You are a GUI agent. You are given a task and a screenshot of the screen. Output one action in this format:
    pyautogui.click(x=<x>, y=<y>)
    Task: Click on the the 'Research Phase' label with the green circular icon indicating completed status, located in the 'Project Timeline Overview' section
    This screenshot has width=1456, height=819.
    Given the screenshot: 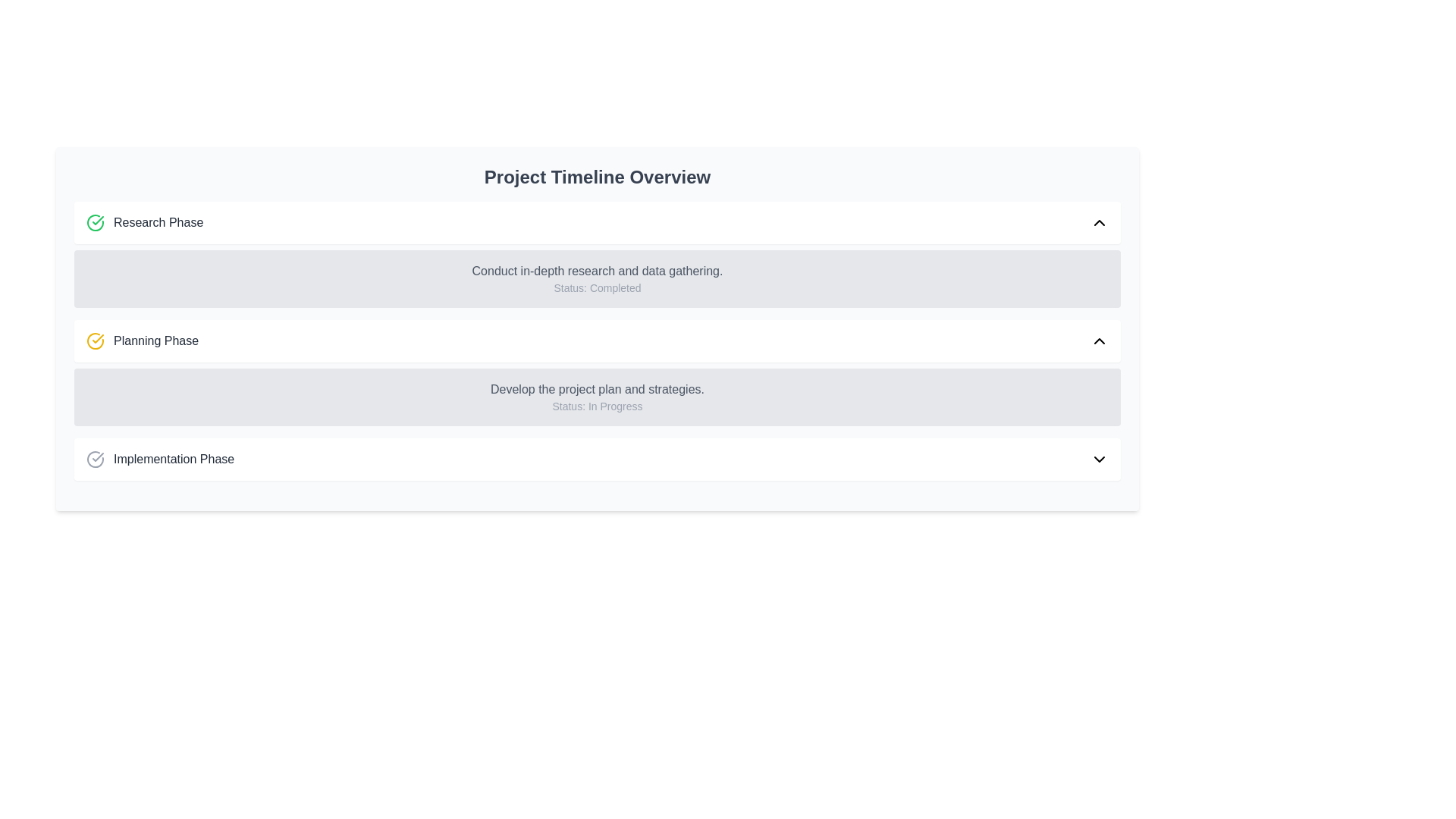 What is the action you would take?
    pyautogui.click(x=145, y=222)
    